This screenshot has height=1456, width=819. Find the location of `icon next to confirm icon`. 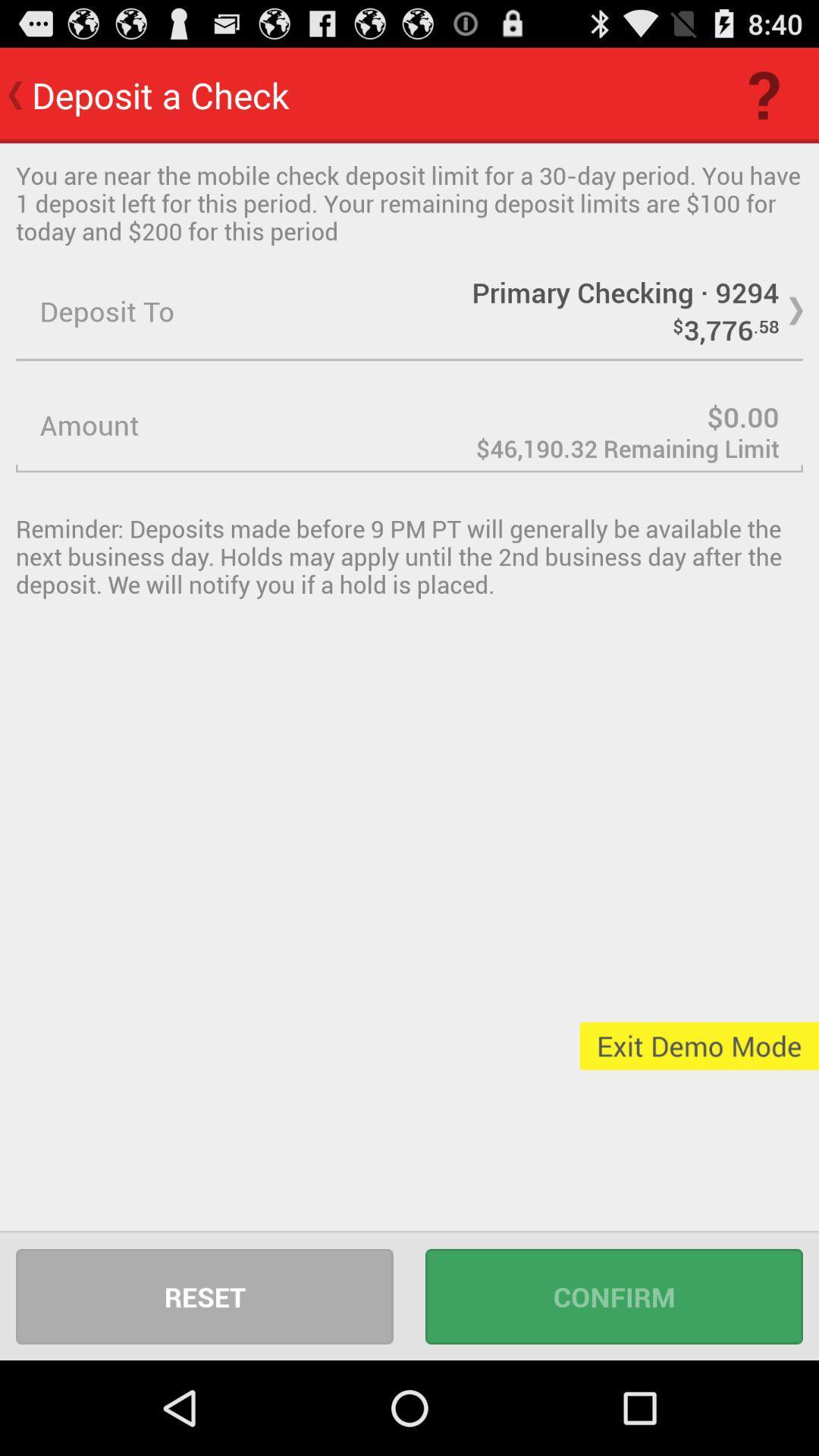

icon next to confirm icon is located at coordinates (205, 1295).